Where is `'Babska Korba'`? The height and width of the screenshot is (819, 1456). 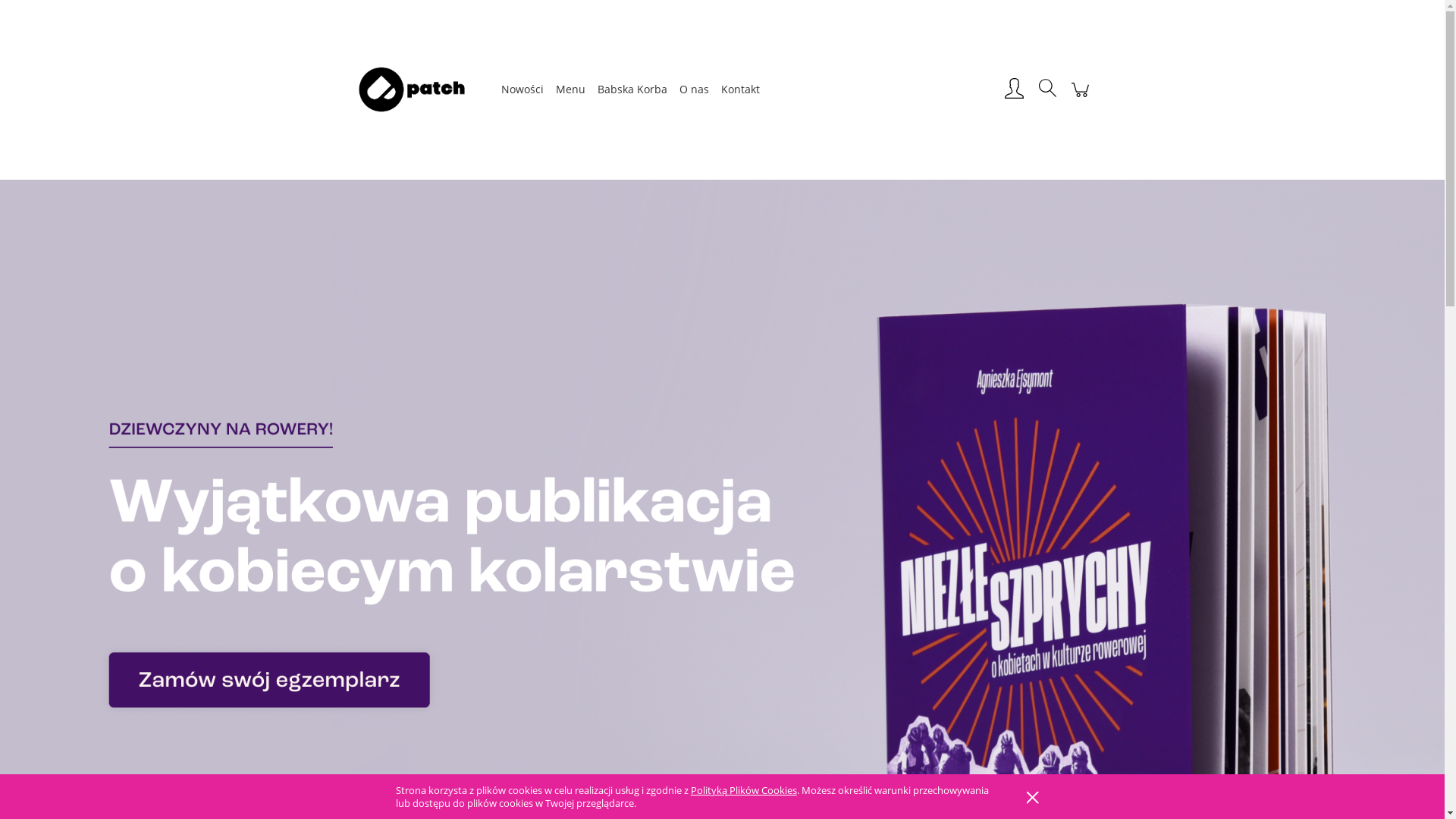 'Babska Korba' is located at coordinates (632, 89).